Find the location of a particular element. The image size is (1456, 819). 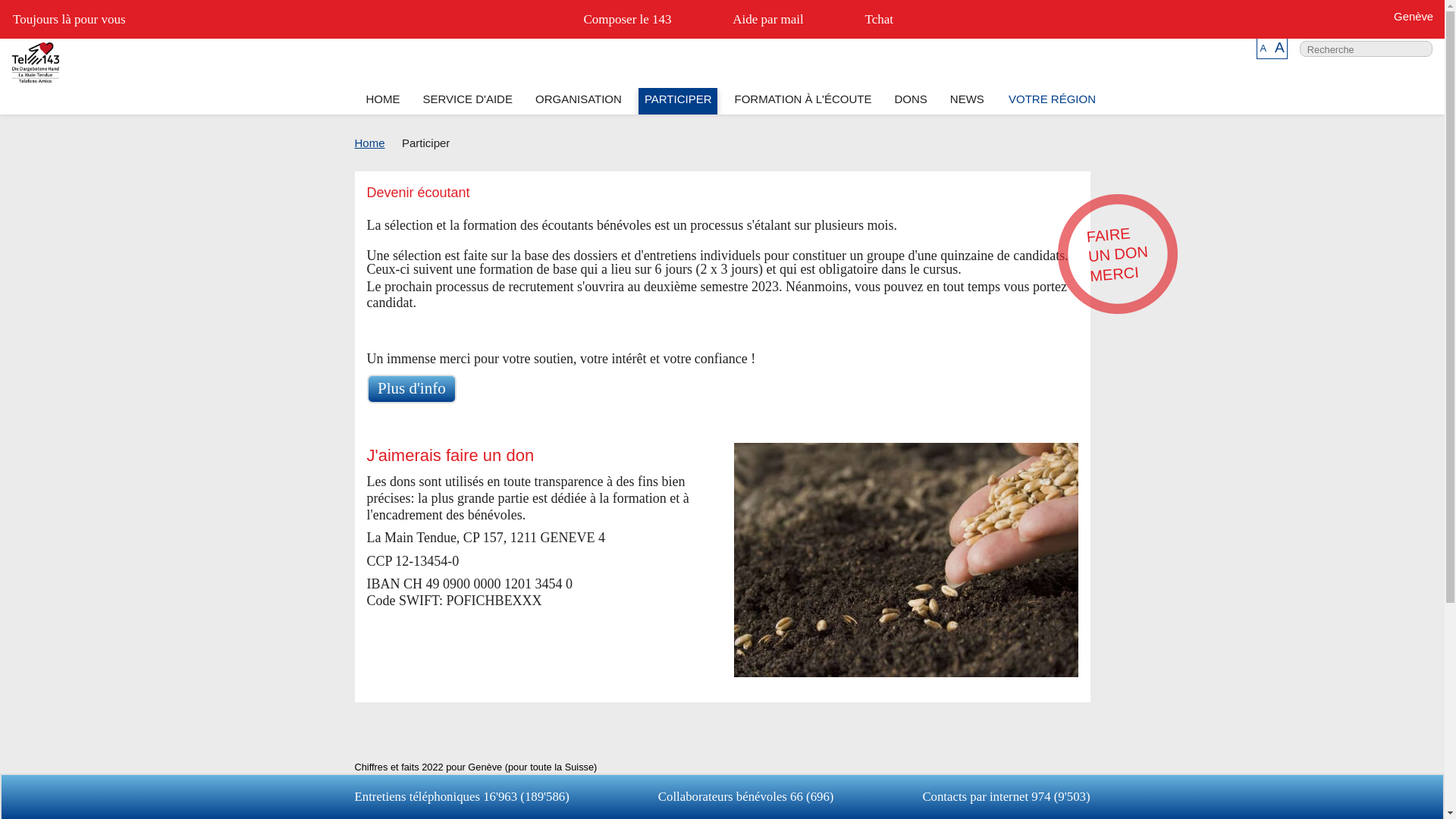

'SERVICE D'AIDE' is located at coordinates (466, 101).